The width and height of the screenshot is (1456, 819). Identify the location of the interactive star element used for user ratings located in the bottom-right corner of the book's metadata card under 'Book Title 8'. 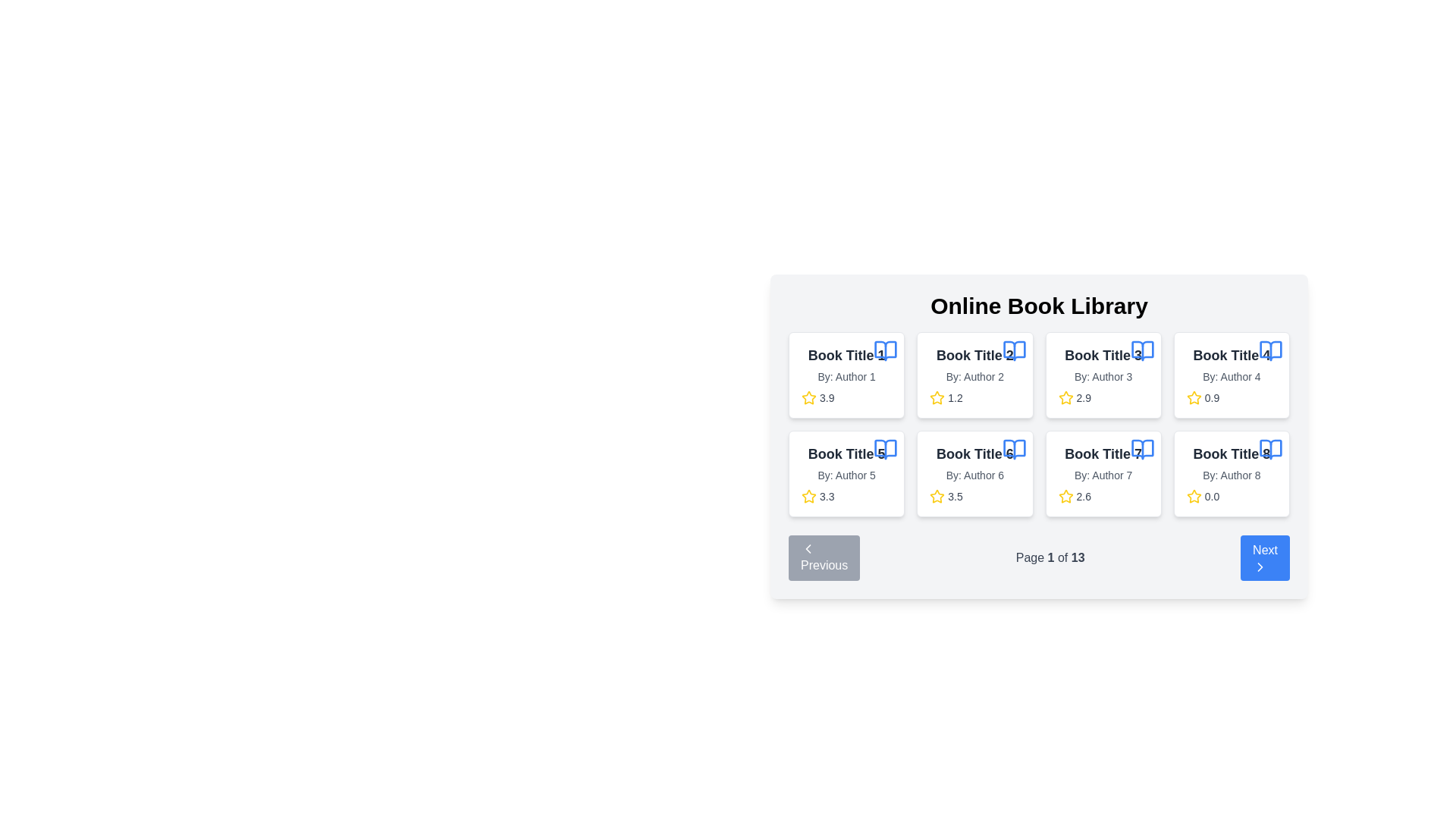
(1193, 497).